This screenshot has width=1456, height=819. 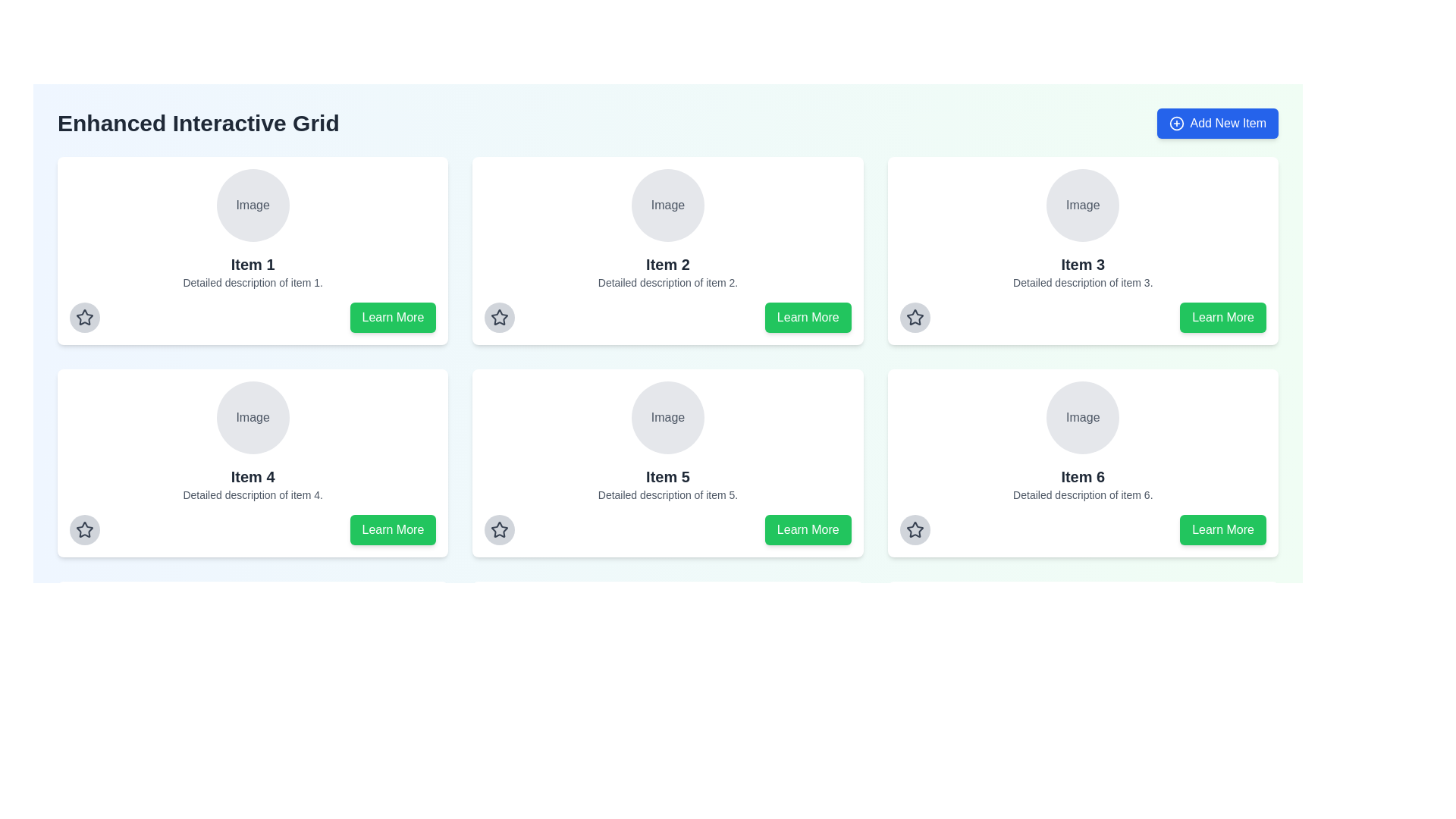 I want to click on the text label providing supplementary information about 'Item 3', located below the title and above the 'Learn More' button, so click(x=1082, y=283).